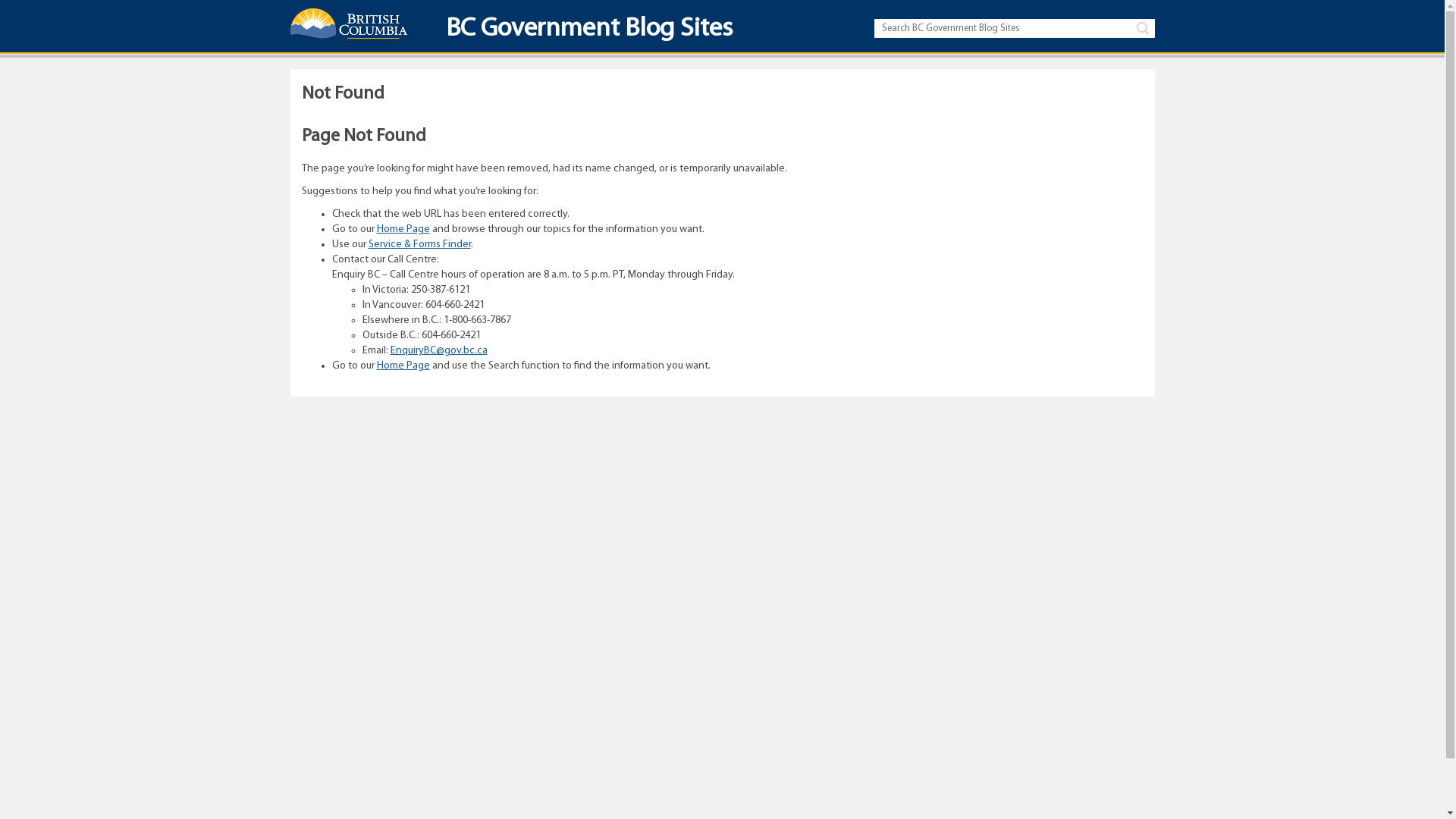 The width and height of the screenshot is (1456, 819). I want to click on 'Home Page', so click(403, 229).